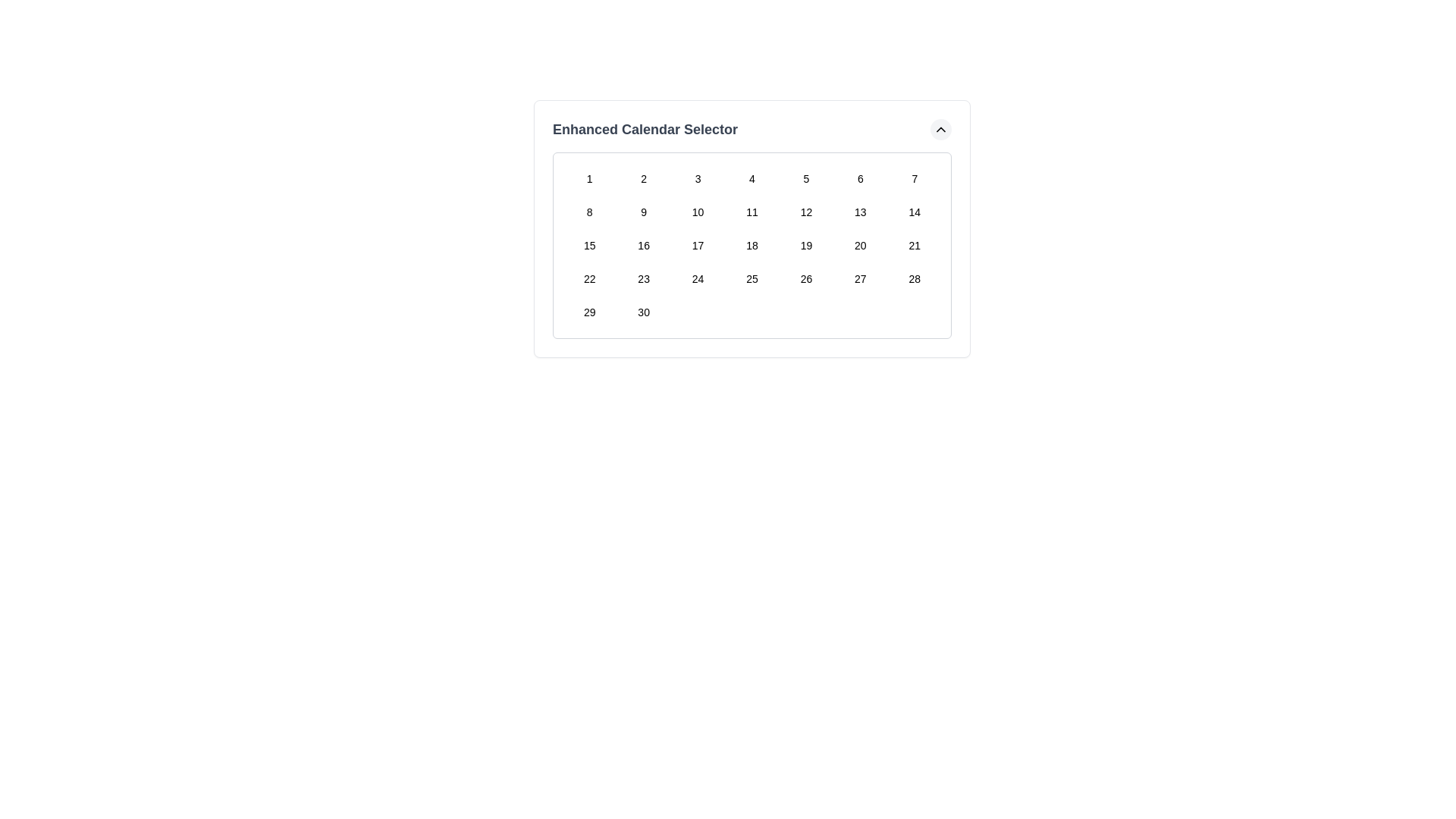 The width and height of the screenshot is (1456, 819). I want to click on the selectable date button located in the fourth row and fifth column of the grid in the 'Enhanced Calendar Selector', so click(752, 278).